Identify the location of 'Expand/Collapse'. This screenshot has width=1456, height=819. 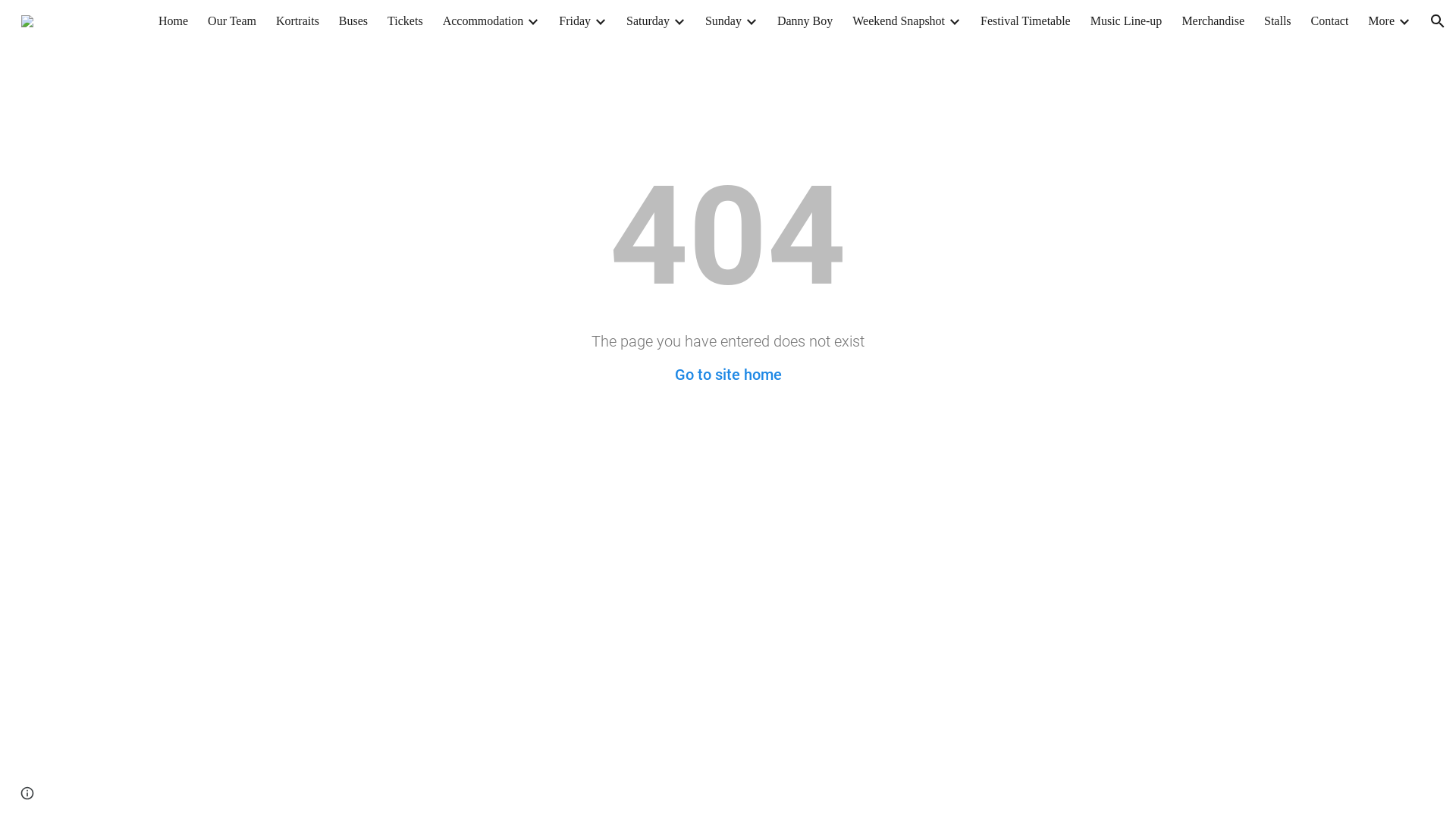
(1403, 20).